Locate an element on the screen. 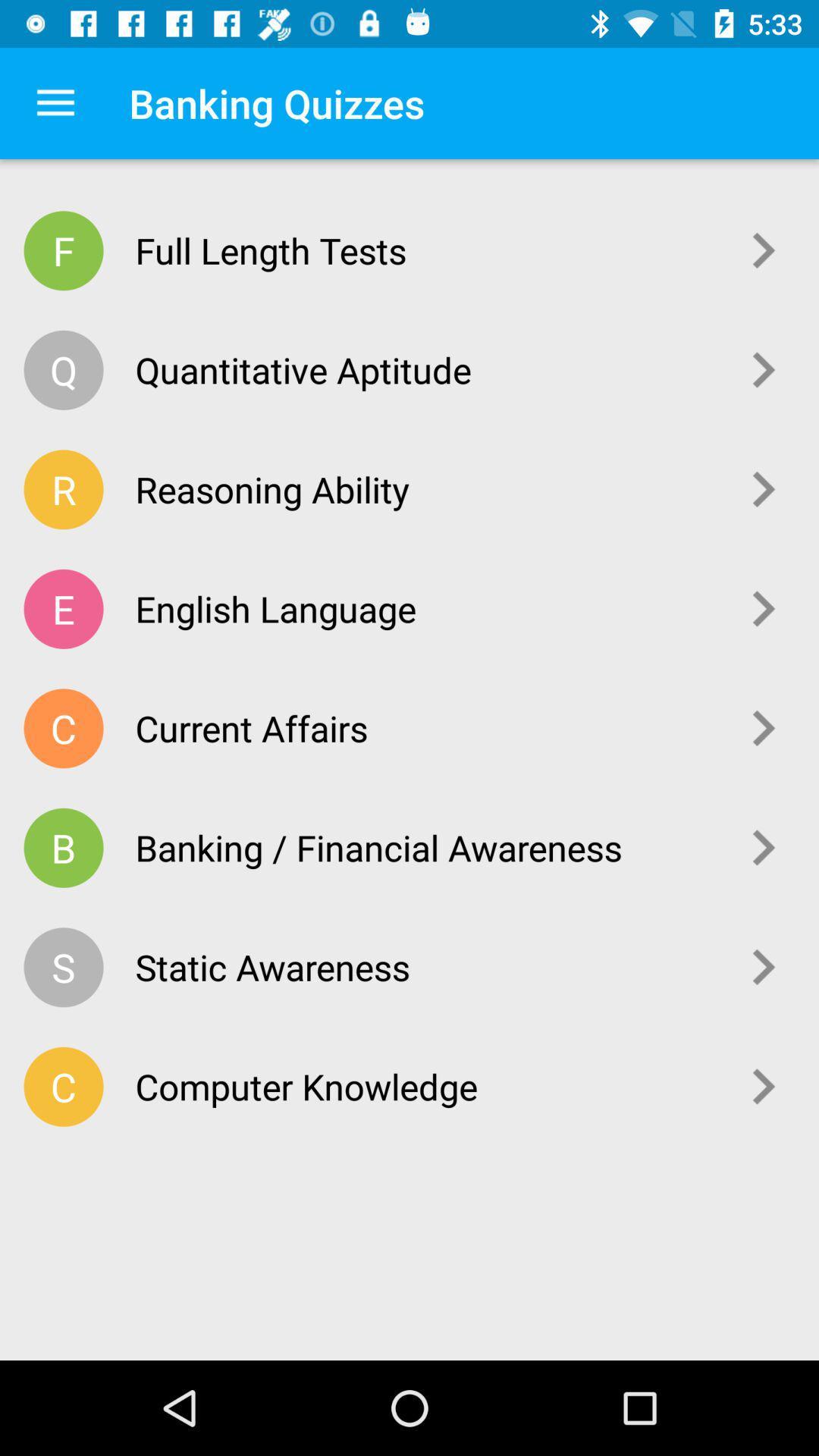  the icon above e is located at coordinates (63, 489).